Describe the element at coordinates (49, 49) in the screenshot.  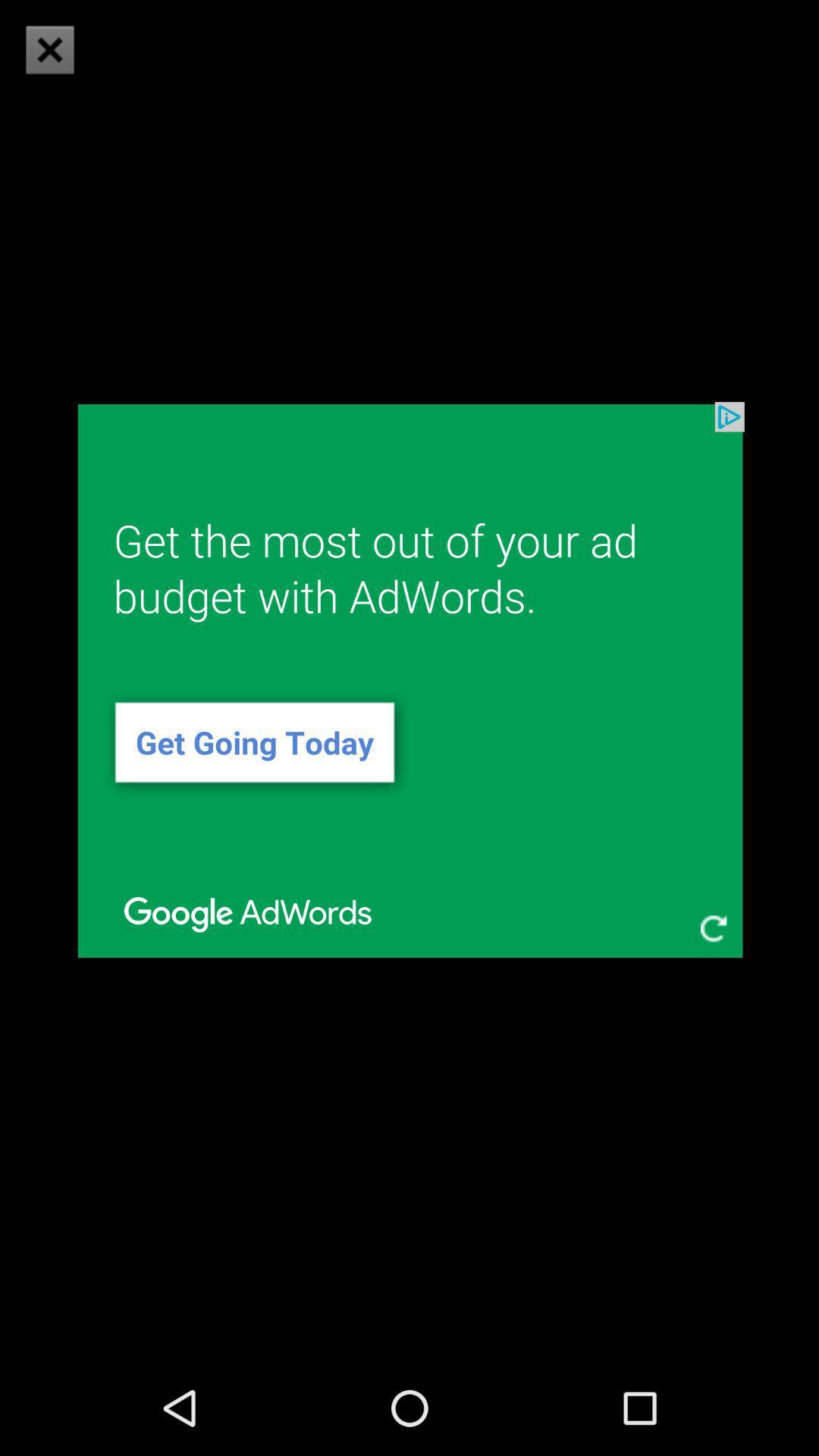
I see `icon at the top left corner` at that location.